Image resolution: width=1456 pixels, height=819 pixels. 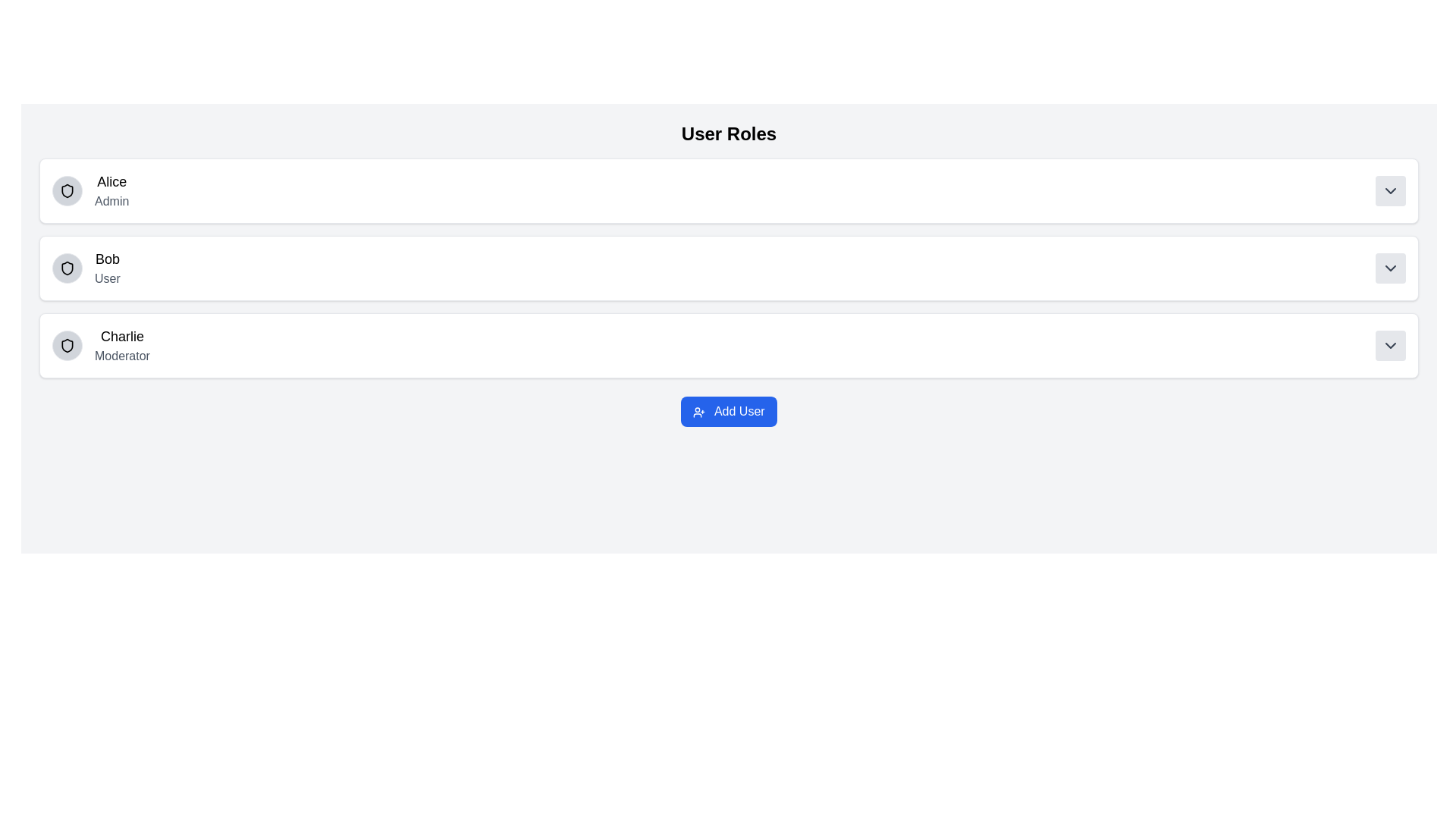 I want to click on the shield-shaped icon associated with user 'Bob' and role 'User', located in the second row of the user roles list, so click(x=67, y=268).